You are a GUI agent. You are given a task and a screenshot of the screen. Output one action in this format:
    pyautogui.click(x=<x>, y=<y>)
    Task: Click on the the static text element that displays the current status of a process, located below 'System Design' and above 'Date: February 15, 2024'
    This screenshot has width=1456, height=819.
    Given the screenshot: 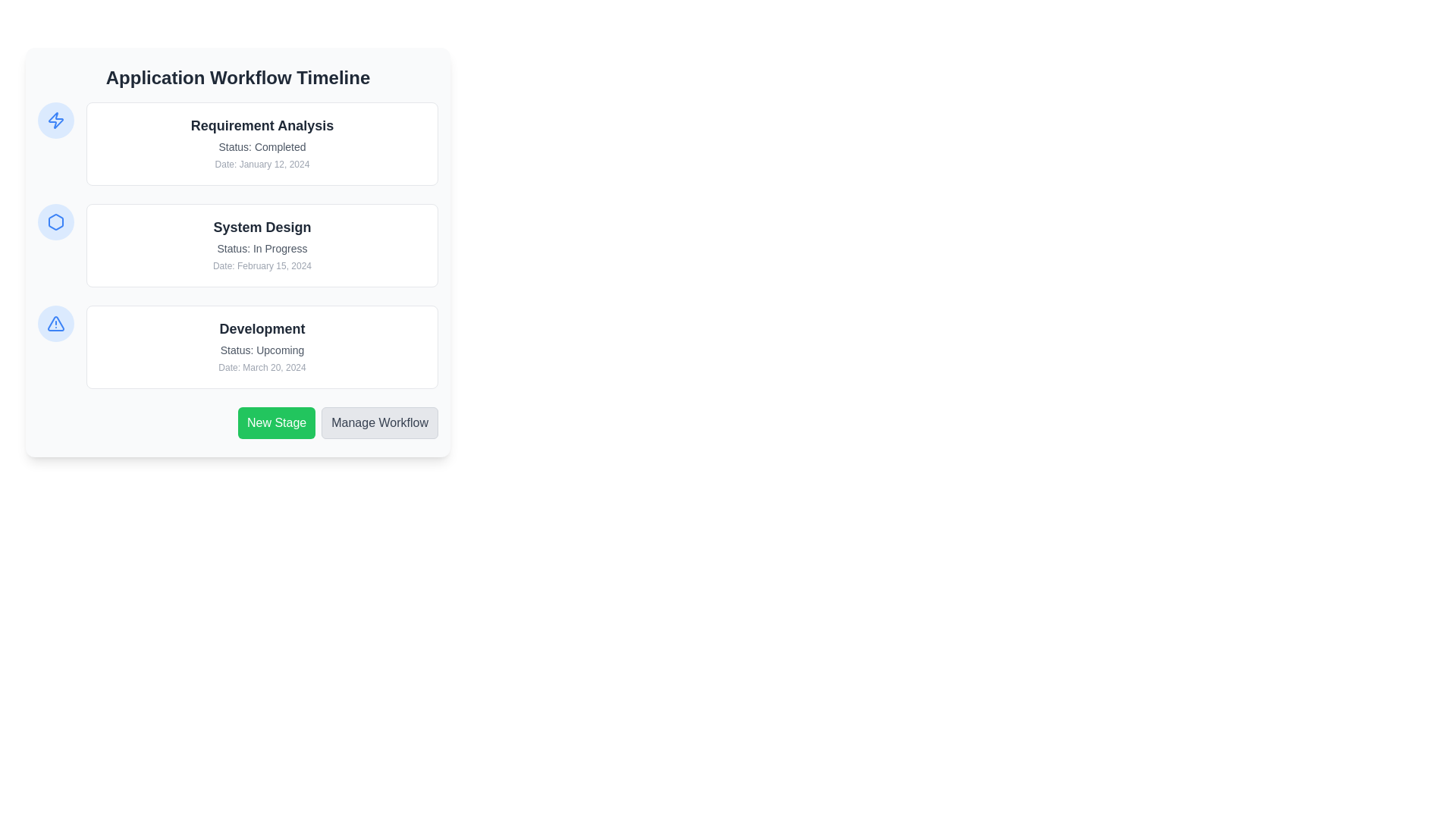 What is the action you would take?
    pyautogui.click(x=262, y=247)
    